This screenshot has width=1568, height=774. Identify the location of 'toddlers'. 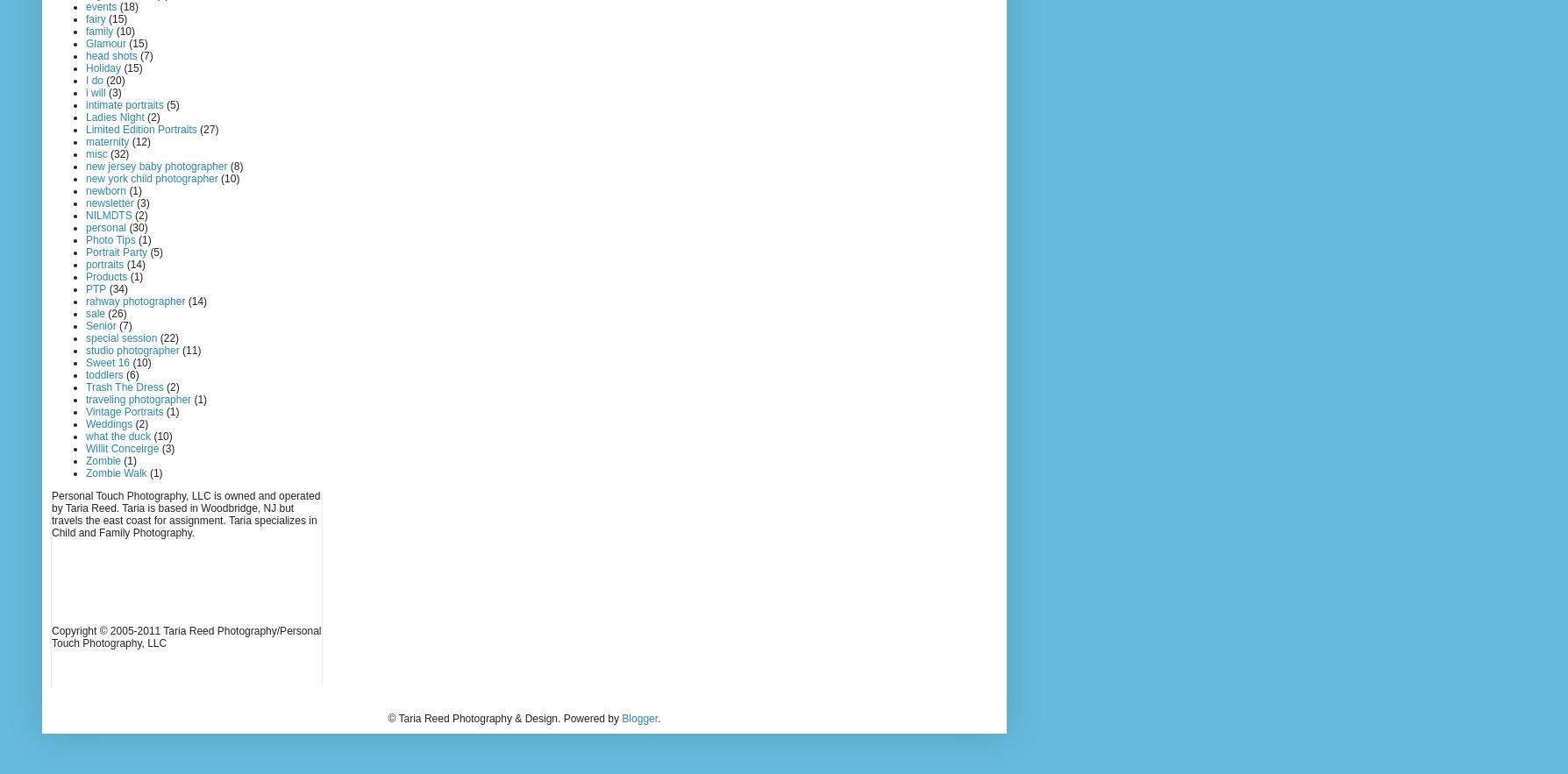
(104, 374).